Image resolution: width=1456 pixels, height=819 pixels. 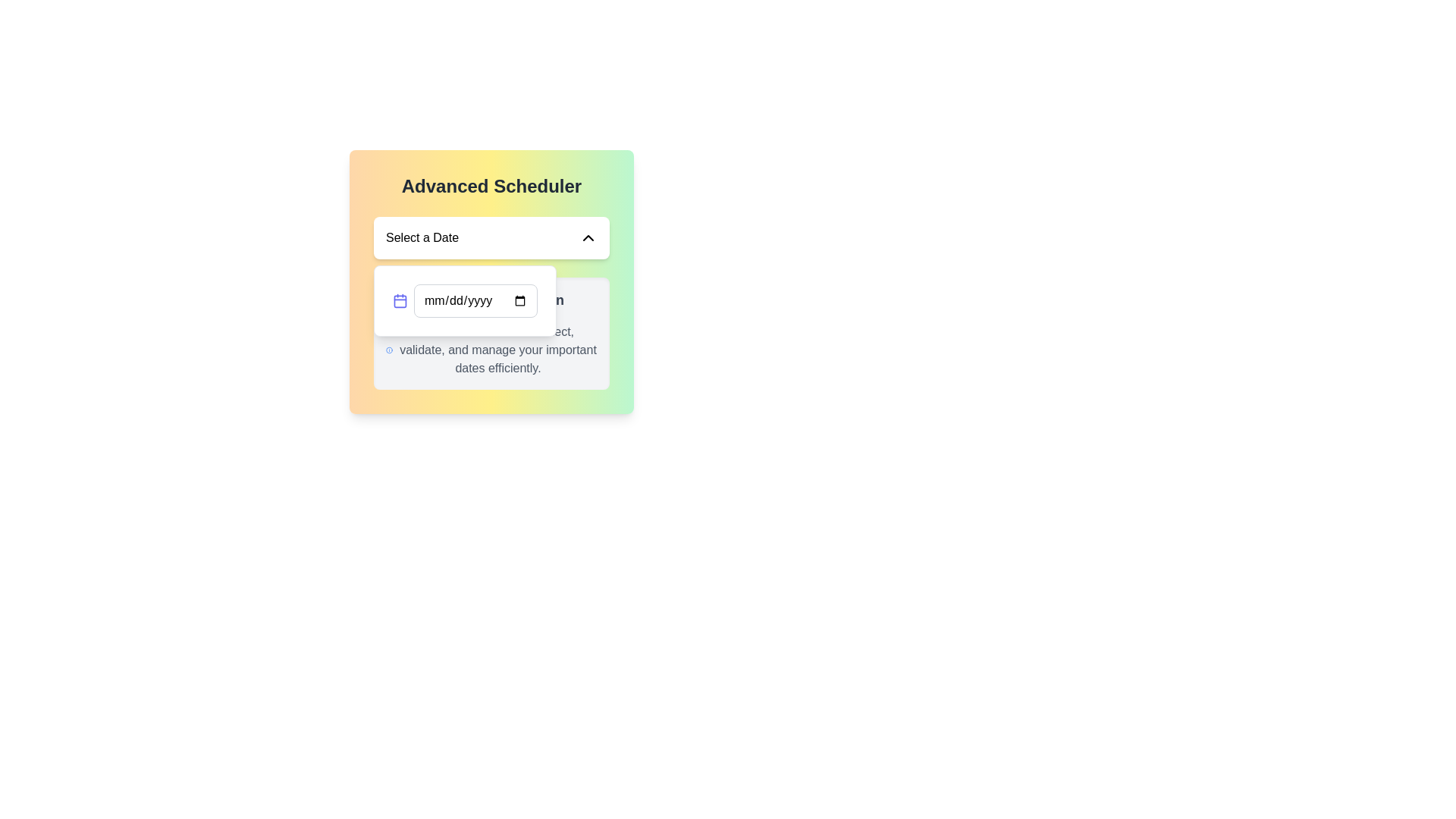 I want to click on the warning icon located on the leftmost side of the section, before the text 'Use this scheduler to select, validate, and manage your important dates efficiently.', so click(x=389, y=350).